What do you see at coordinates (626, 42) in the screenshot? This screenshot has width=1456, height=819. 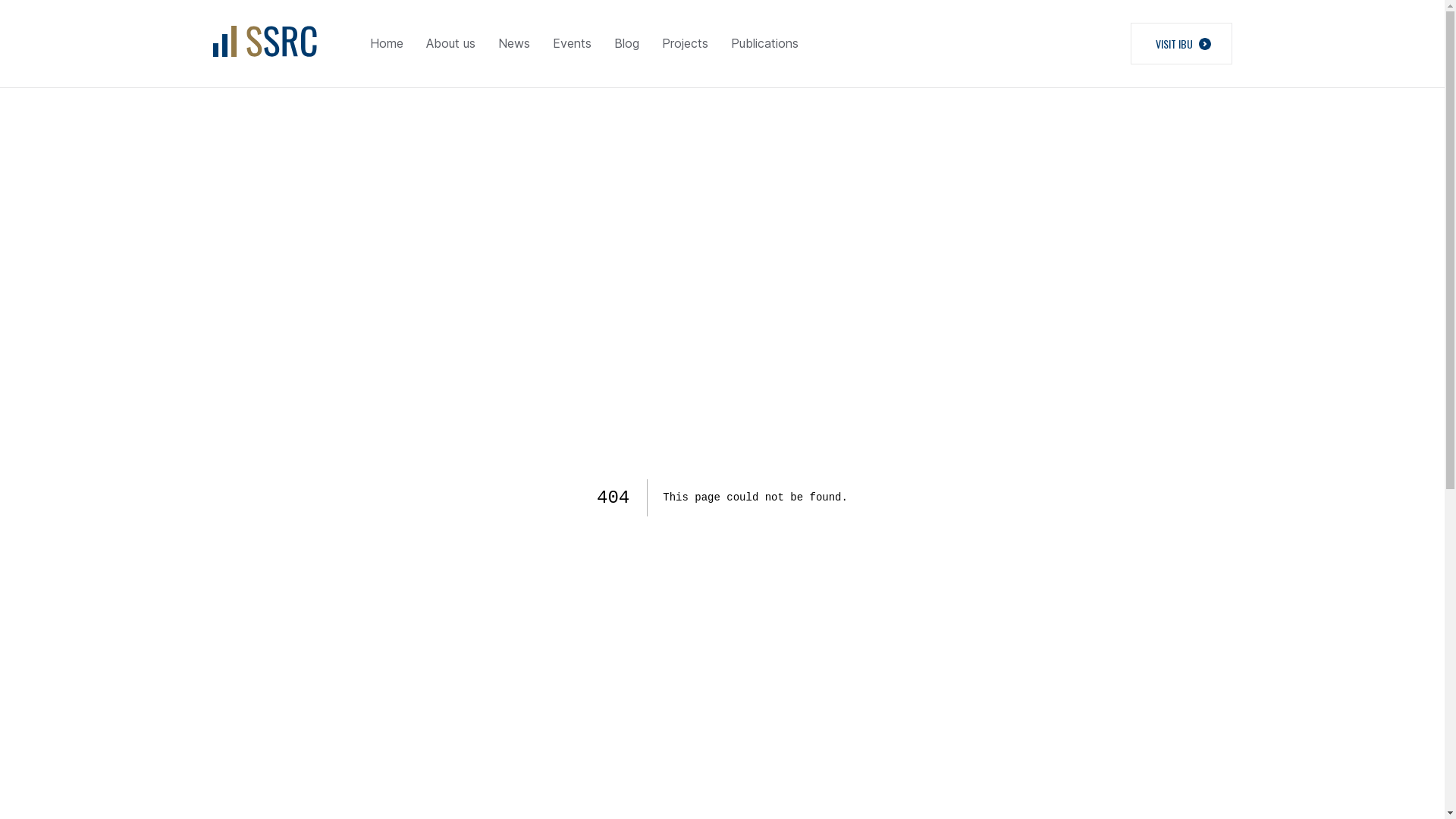 I see `'Blog'` at bounding box center [626, 42].